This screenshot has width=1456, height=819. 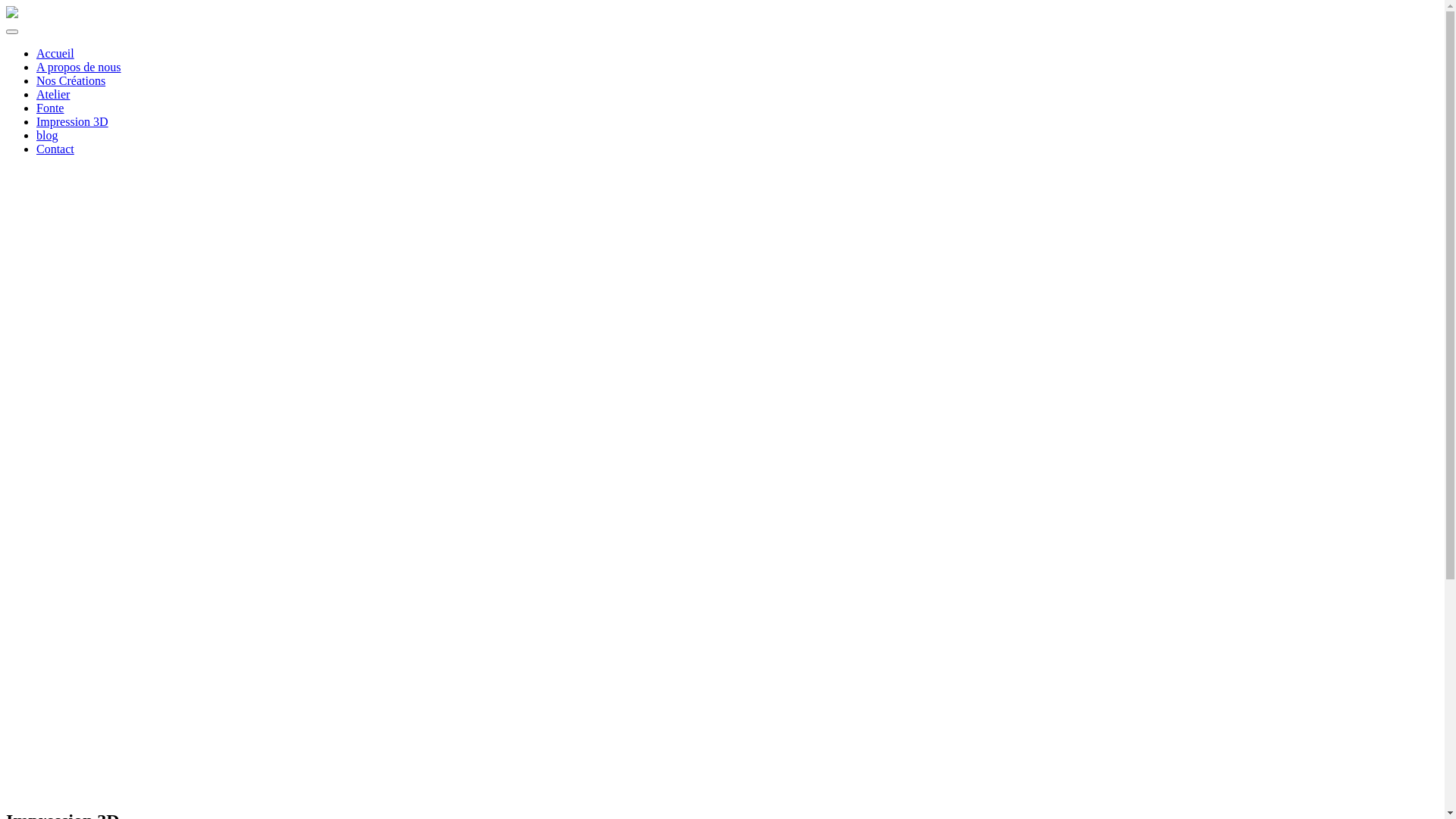 I want to click on 'Fonte', so click(x=36, y=107).